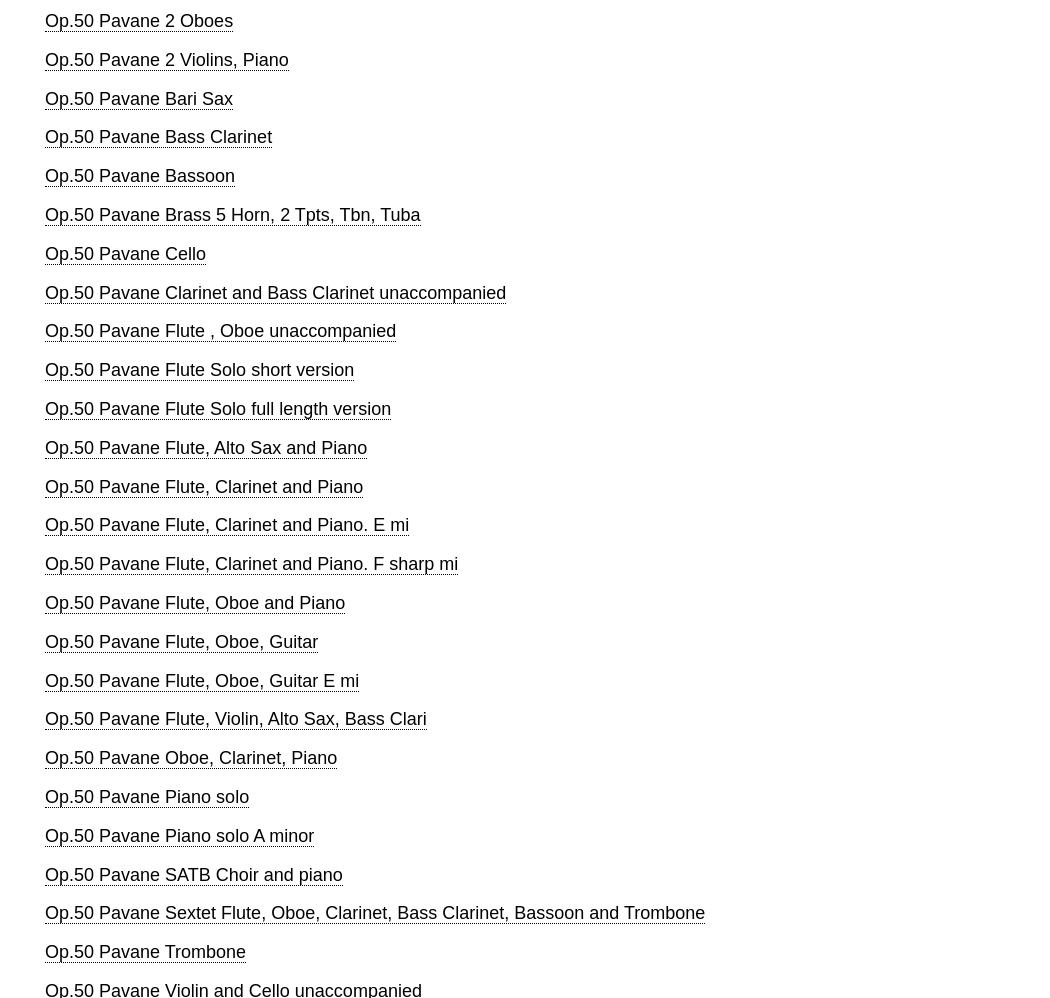 The image size is (1050, 998). I want to click on 'Op.50  Pavane  Flute, Oboe, Guitar  E mi', so click(201, 679).